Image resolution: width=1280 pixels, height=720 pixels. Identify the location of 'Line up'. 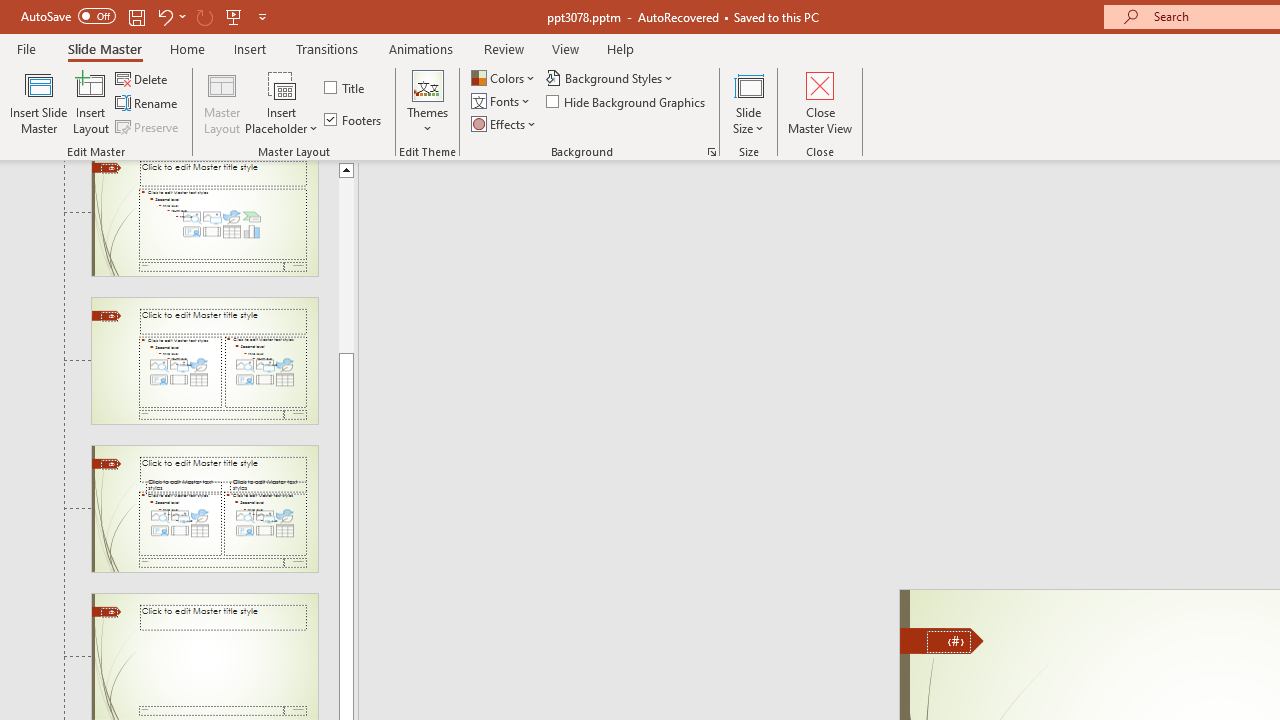
(346, 168).